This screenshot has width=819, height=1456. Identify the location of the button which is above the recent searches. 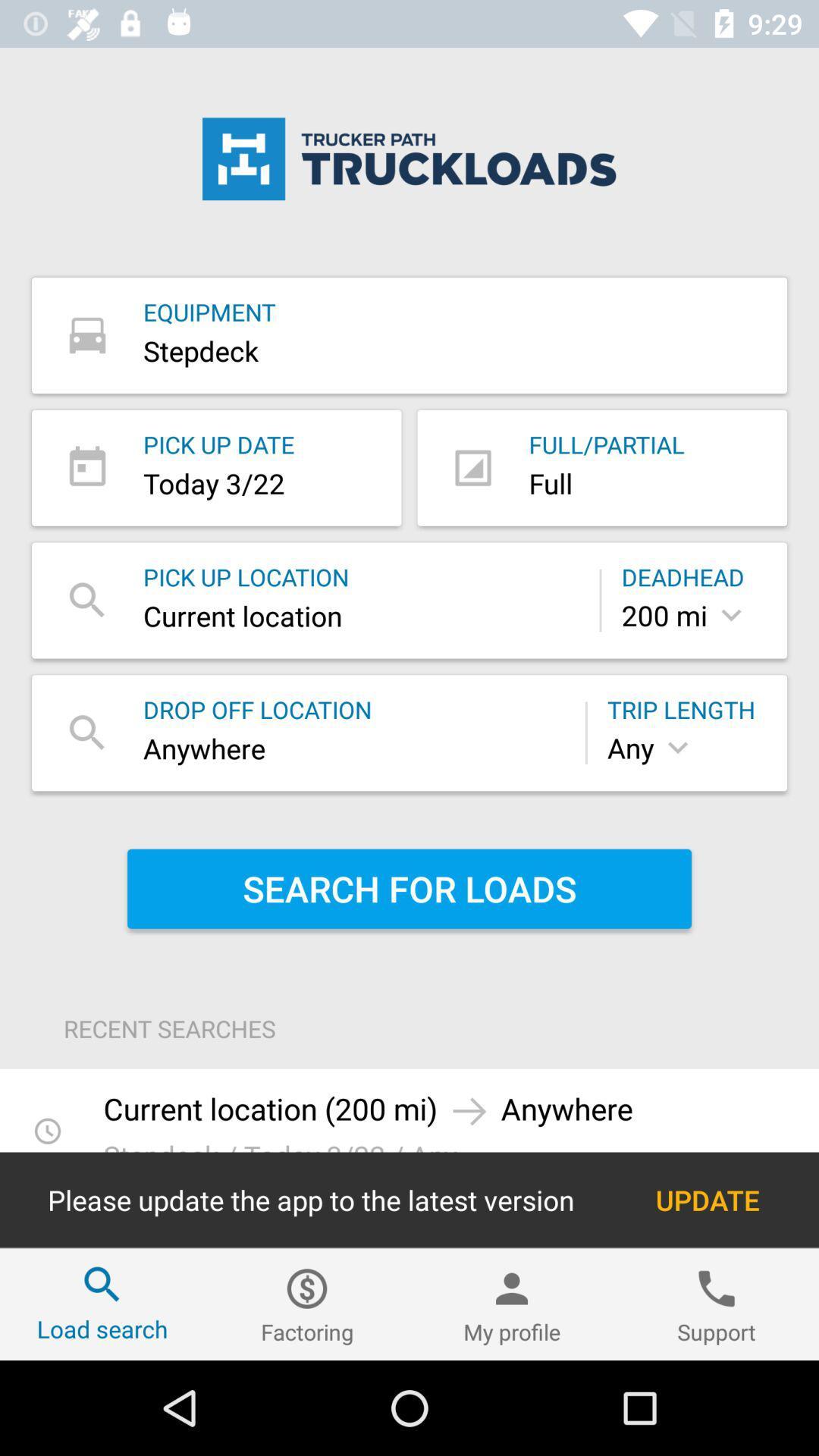
(409, 889).